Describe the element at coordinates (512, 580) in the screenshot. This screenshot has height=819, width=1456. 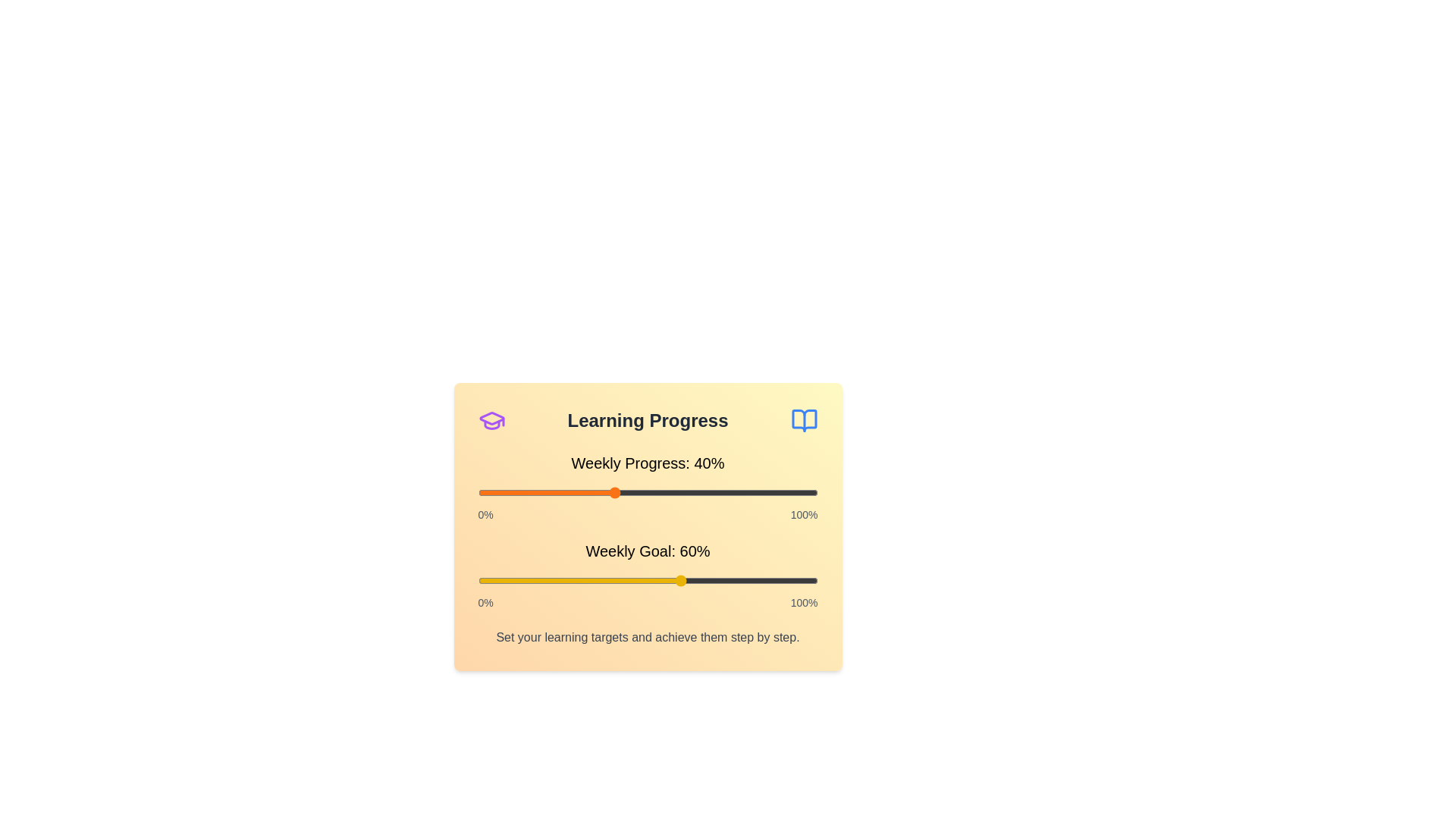
I see `the 'Weekly Goal' slider to 10%` at that location.